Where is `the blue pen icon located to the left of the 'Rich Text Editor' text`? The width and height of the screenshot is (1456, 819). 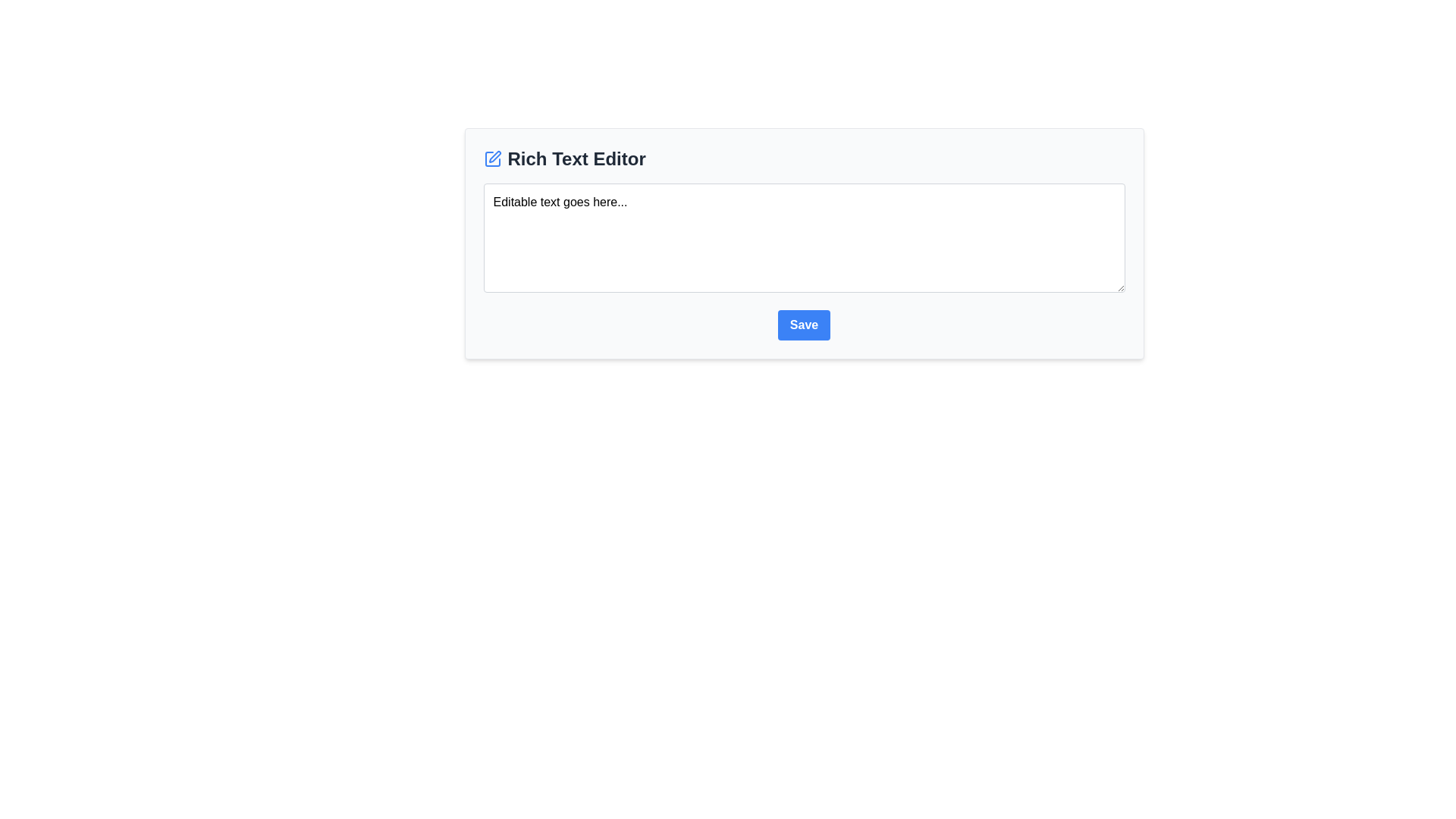
the blue pen icon located to the left of the 'Rich Text Editor' text is located at coordinates (492, 158).